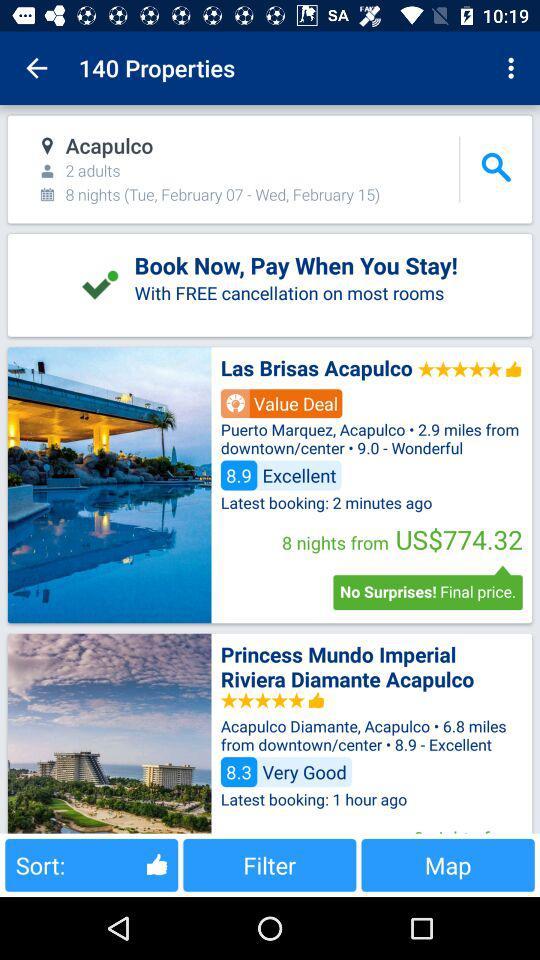  What do you see at coordinates (448, 864) in the screenshot?
I see `the button next to filter icon` at bounding box center [448, 864].